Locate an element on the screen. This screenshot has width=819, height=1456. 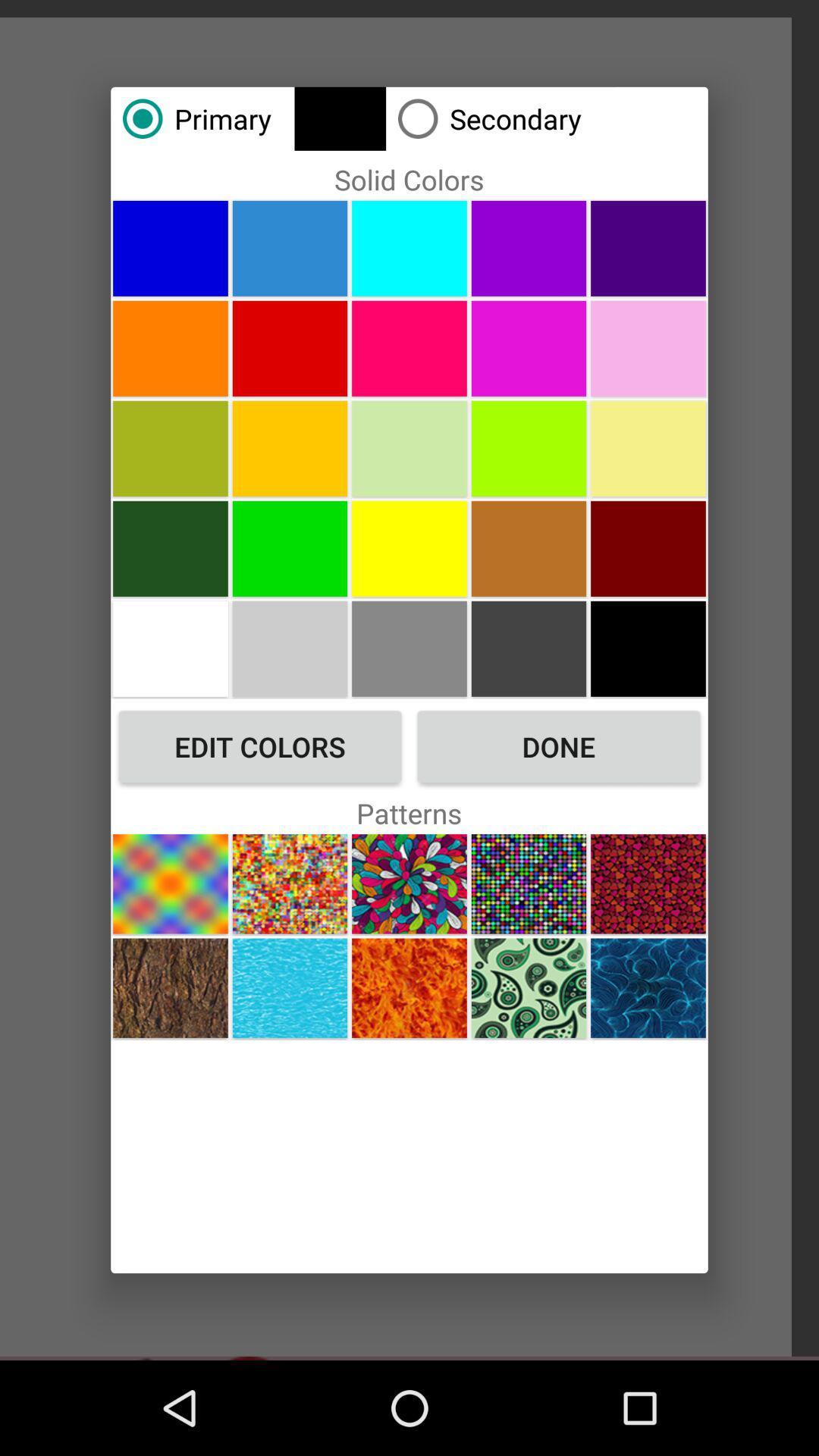
swirly pattern is located at coordinates (528, 988).